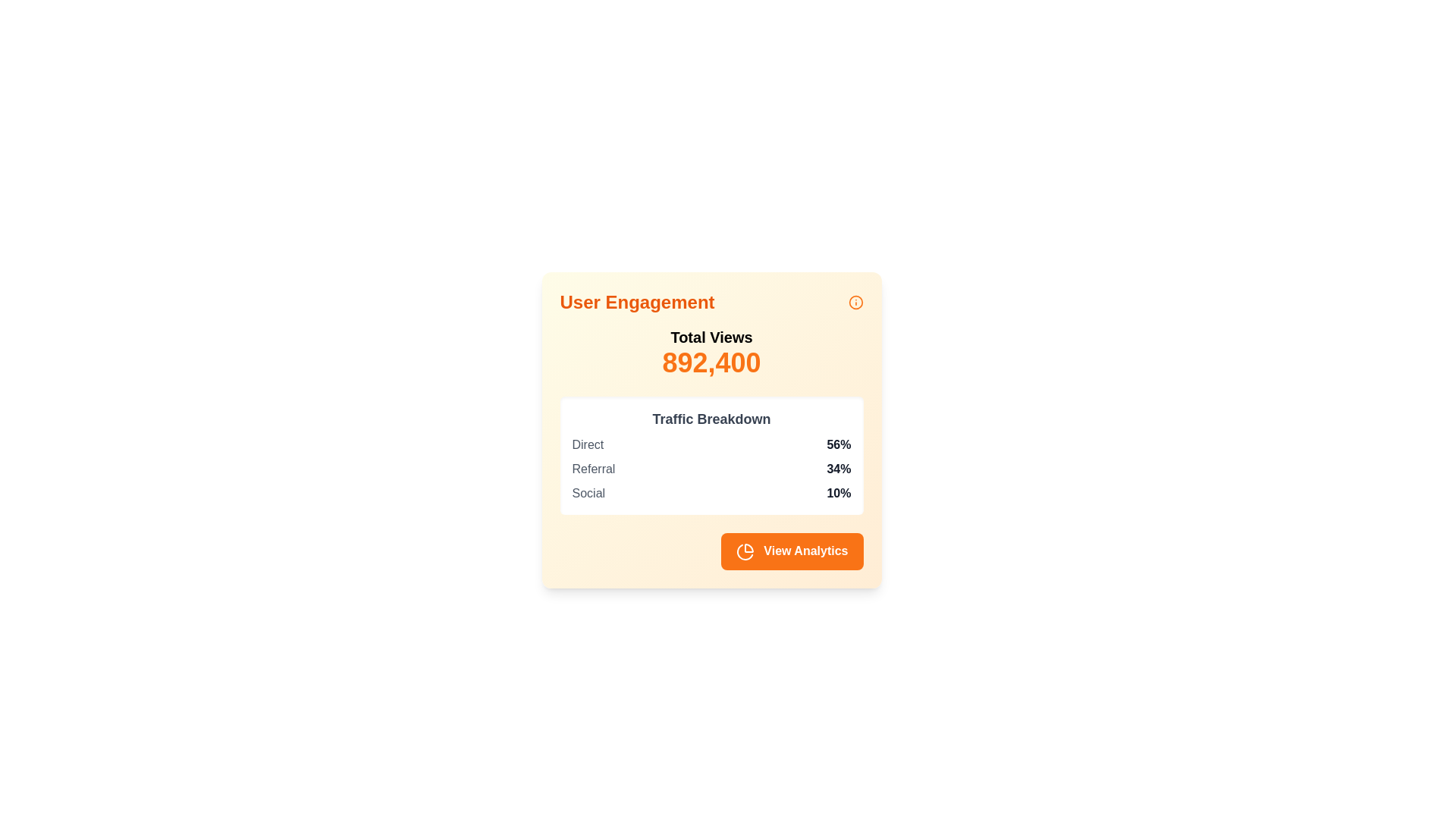 The width and height of the screenshot is (1456, 819). I want to click on the 'View Analytics' button located at the bottom right corner of the engagement card, beneath the 'Traffic Breakdown' section, so click(711, 551).